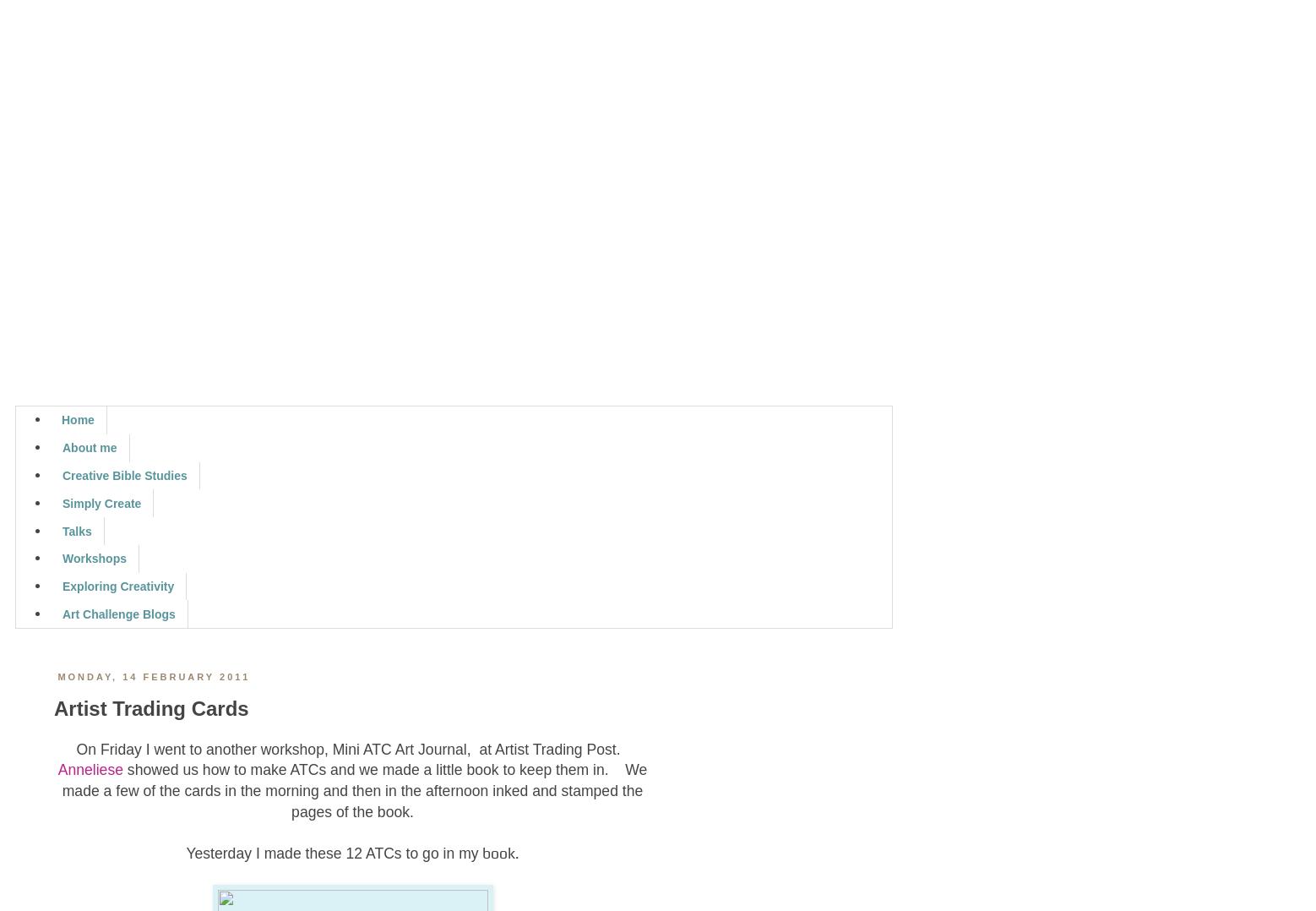  What do you see at coordinates (351, 748) in the screenshot?
I see `'On Friday I went to another workshop, Mini ATC Art Journal,  at Artist Trading Post.'` at bounding box center [351, 748].